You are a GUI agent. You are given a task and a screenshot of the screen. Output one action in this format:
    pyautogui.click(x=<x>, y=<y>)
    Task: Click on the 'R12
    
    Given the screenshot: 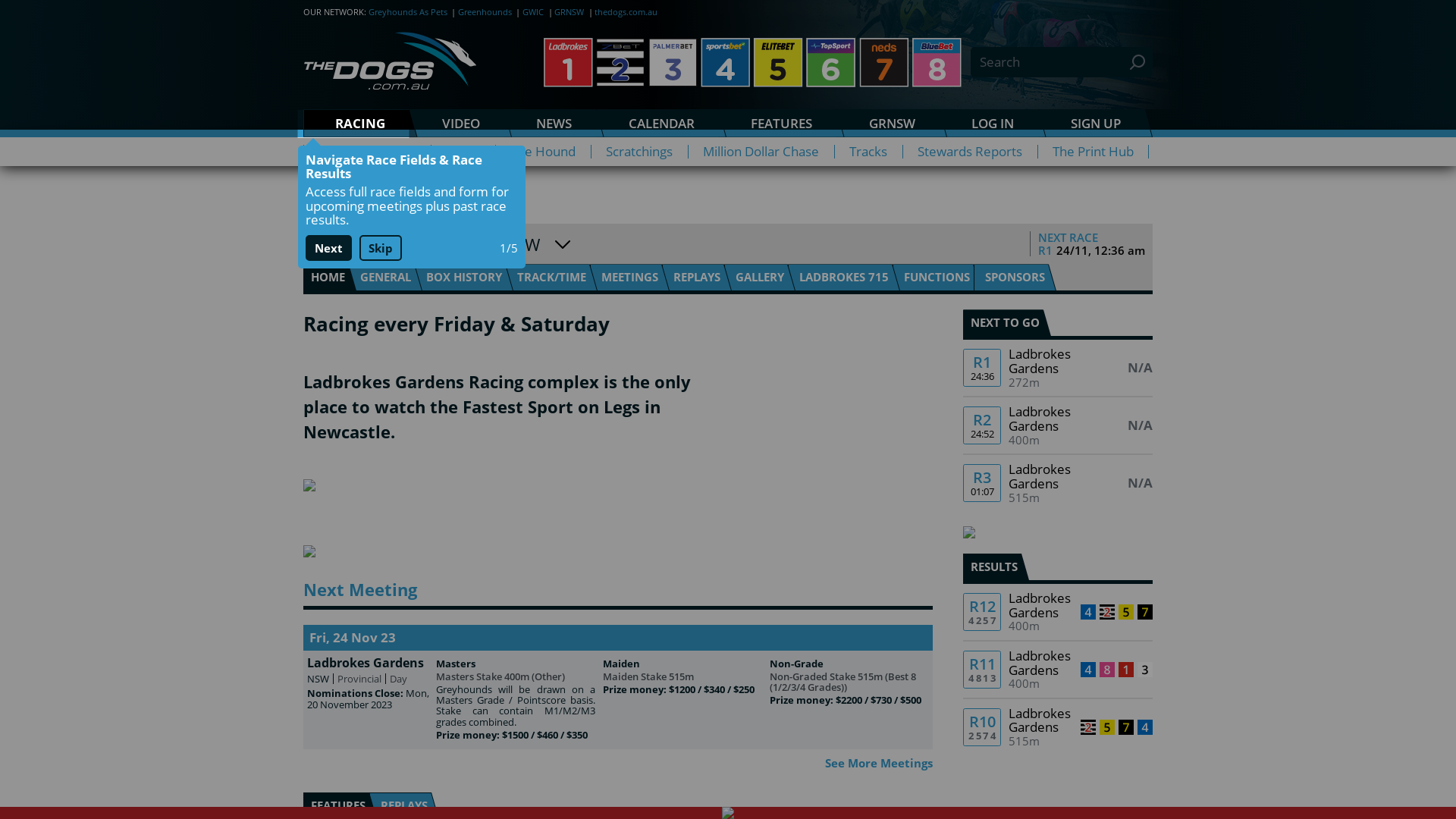 What is the action you would take?
    pyautogui.click(x=1057, y=610)
    